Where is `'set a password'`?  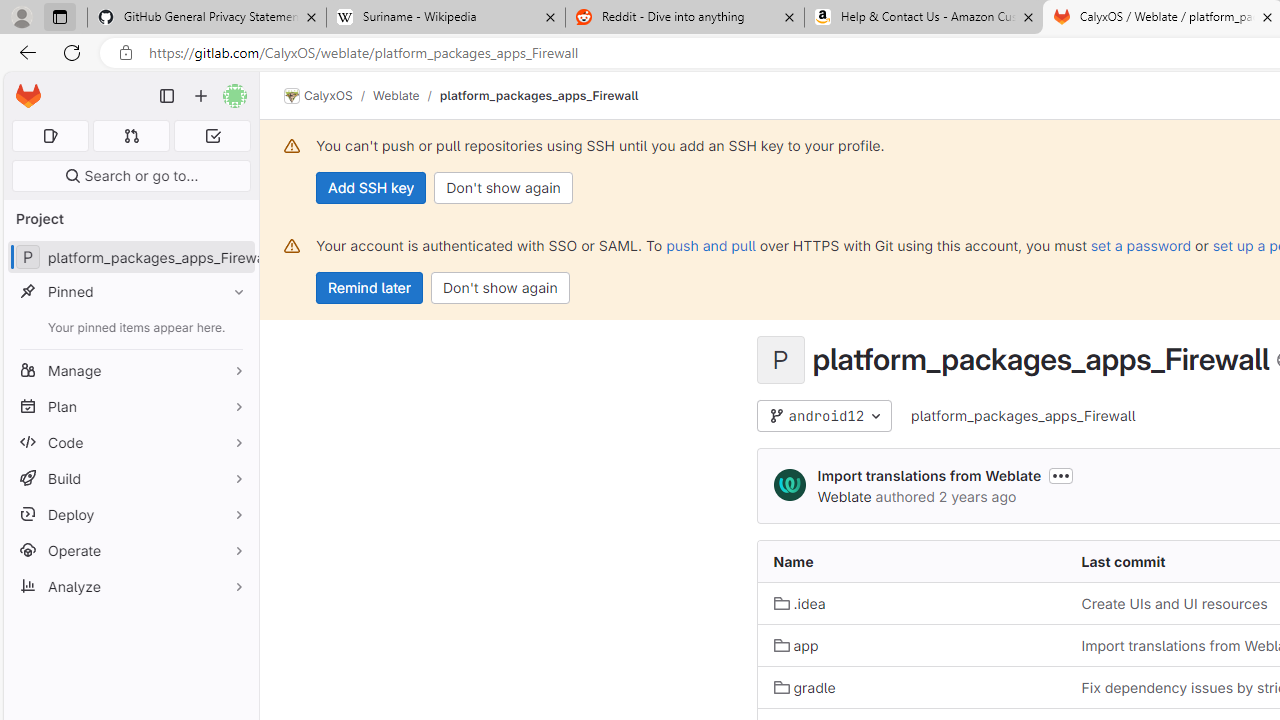 'set a password' is located at coordinates (1141, 244).